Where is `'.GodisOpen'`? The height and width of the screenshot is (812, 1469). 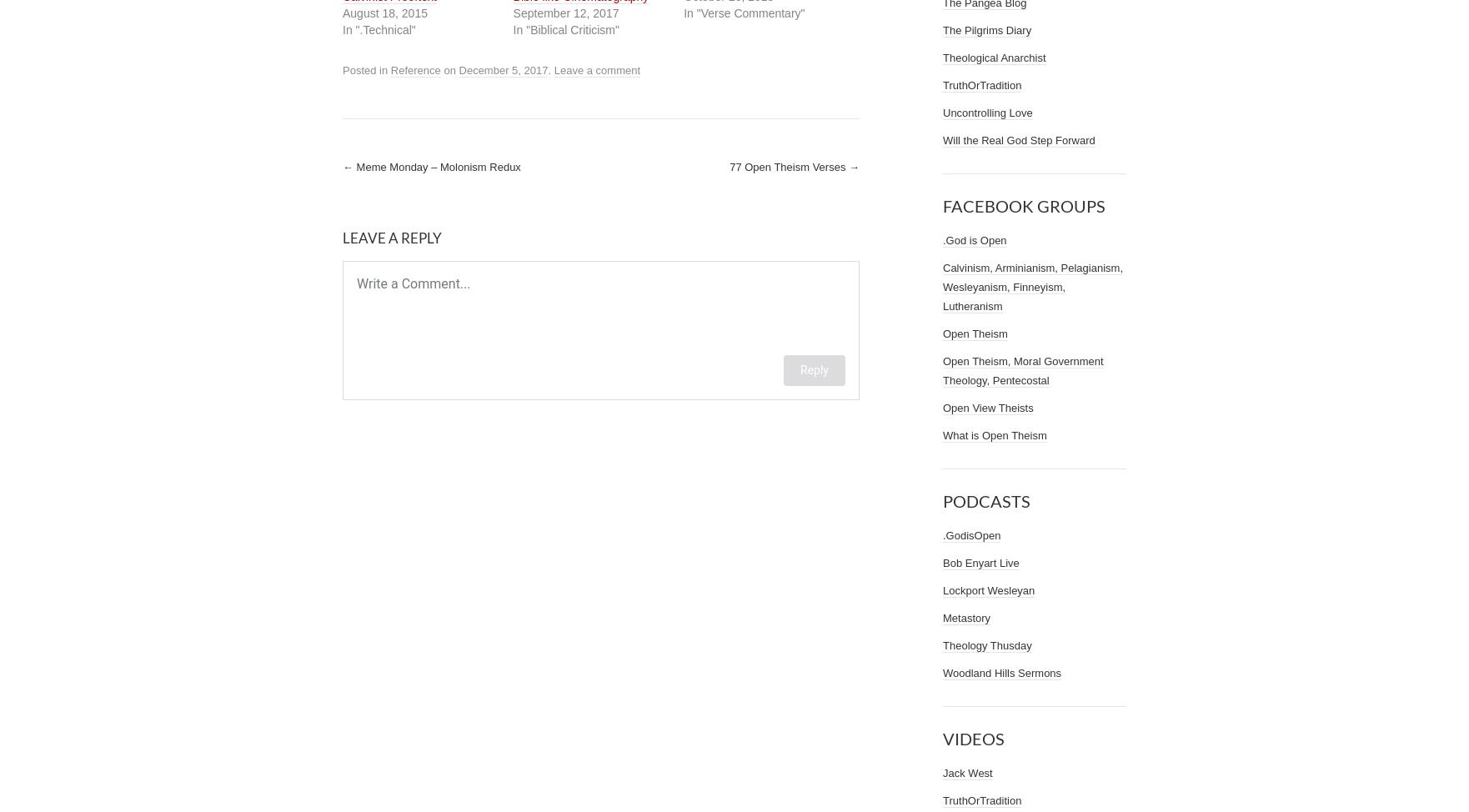 '.GodisOpen' is located at coordinates (971, 534).